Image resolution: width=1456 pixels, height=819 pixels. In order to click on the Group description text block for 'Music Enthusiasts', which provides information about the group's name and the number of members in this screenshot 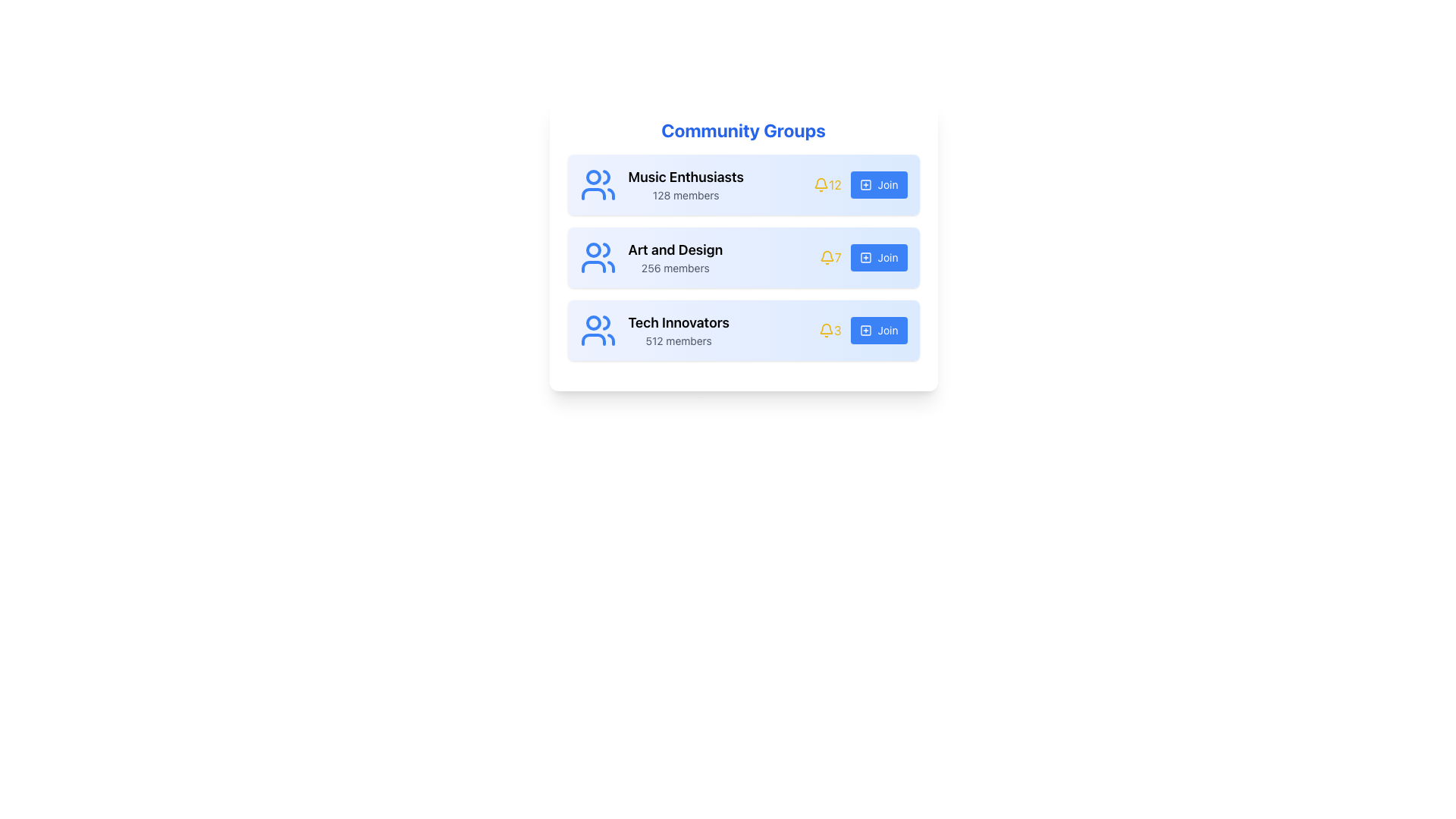, I will do `click(685, 184)`.